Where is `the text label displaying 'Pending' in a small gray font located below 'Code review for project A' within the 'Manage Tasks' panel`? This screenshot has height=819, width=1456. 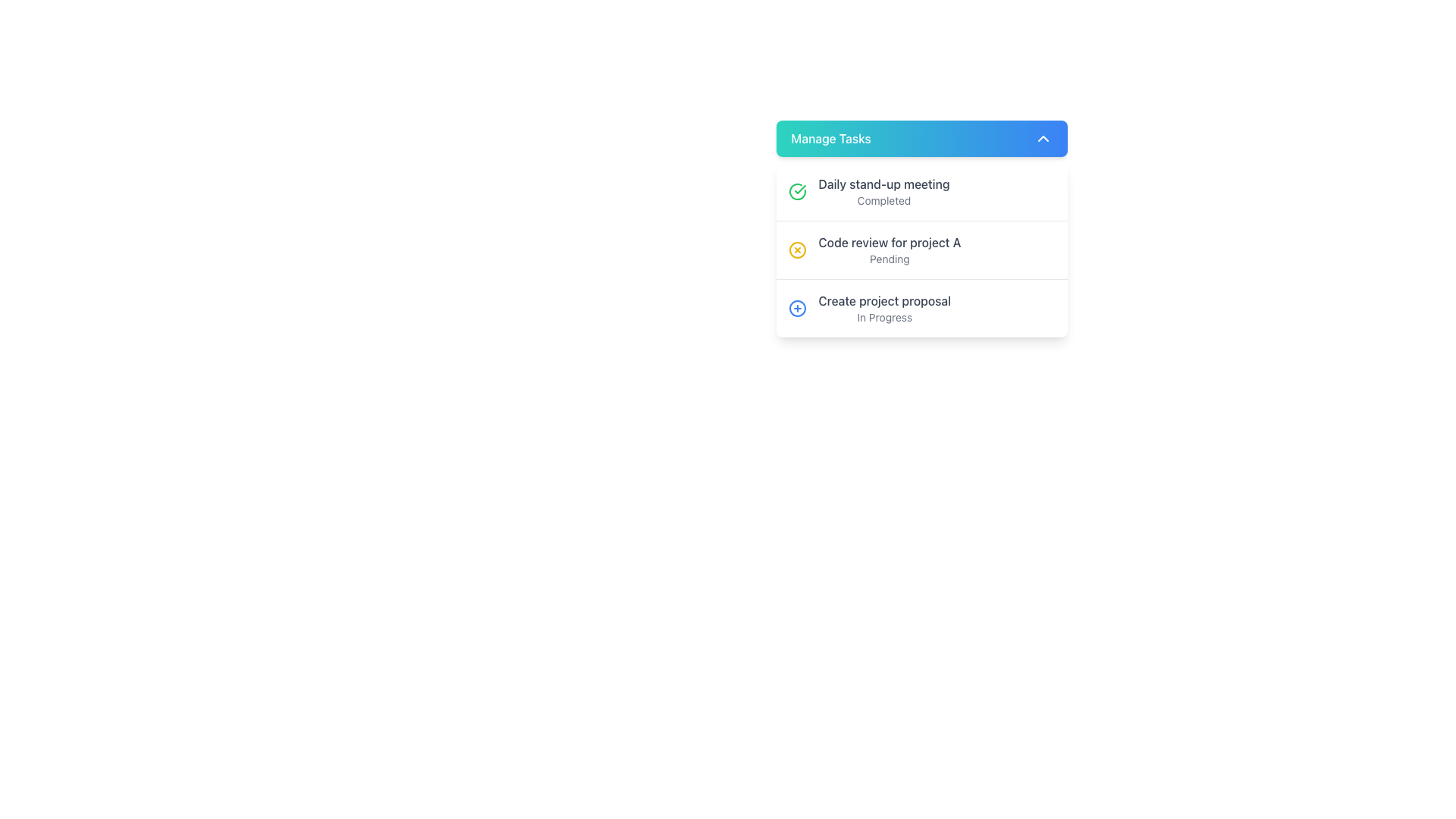
the text label displaying 'Pending' in a small gray font located below 'Code review for project A' within the 'Manage Tasks' panel is located at coordinates (890, 259).